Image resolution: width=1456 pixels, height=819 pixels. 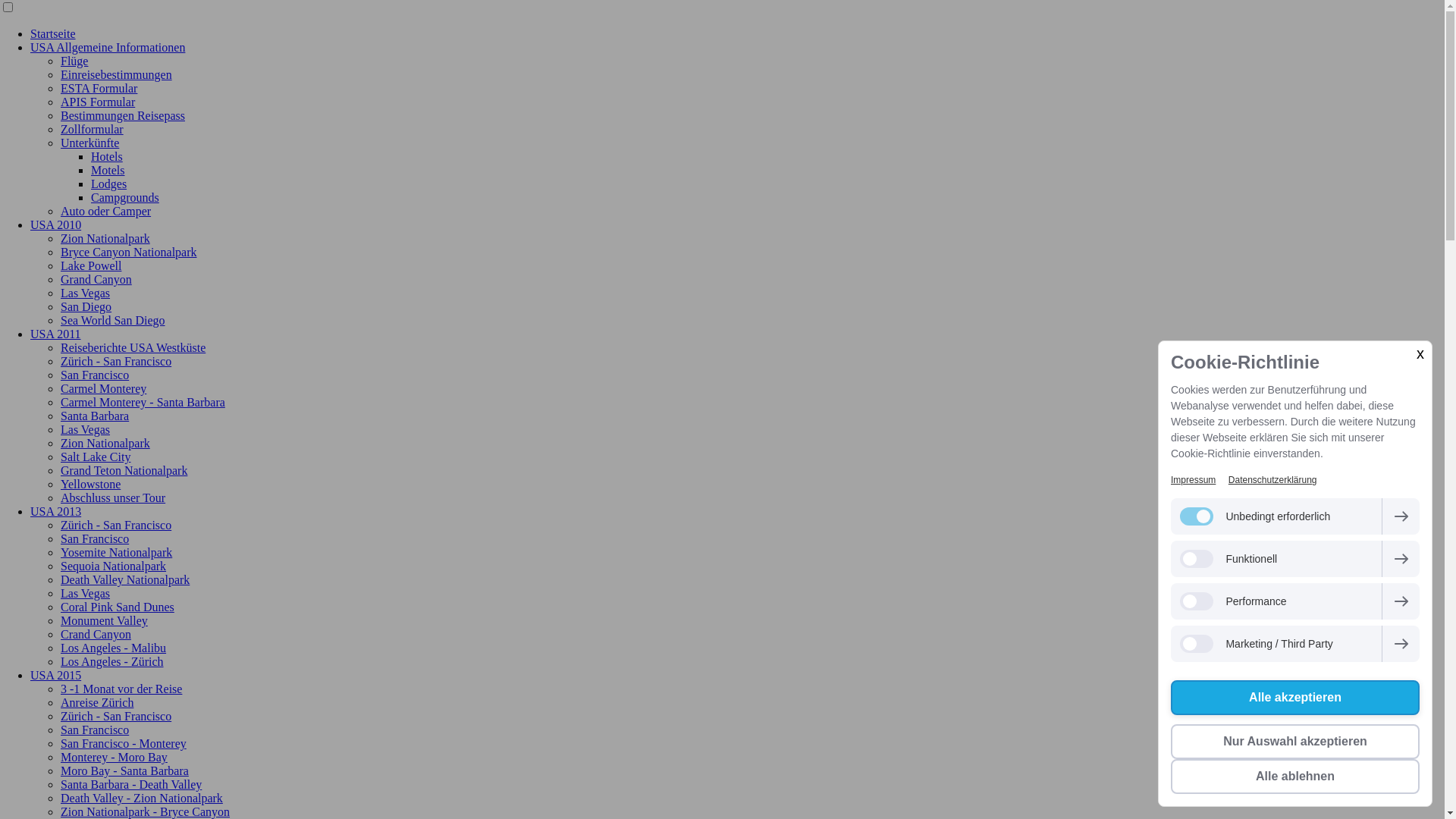 What do you see at coordinates (105, 238) in the screenshot?
I see `'Zion Nationalpark'` at bounding box center [105, 238].